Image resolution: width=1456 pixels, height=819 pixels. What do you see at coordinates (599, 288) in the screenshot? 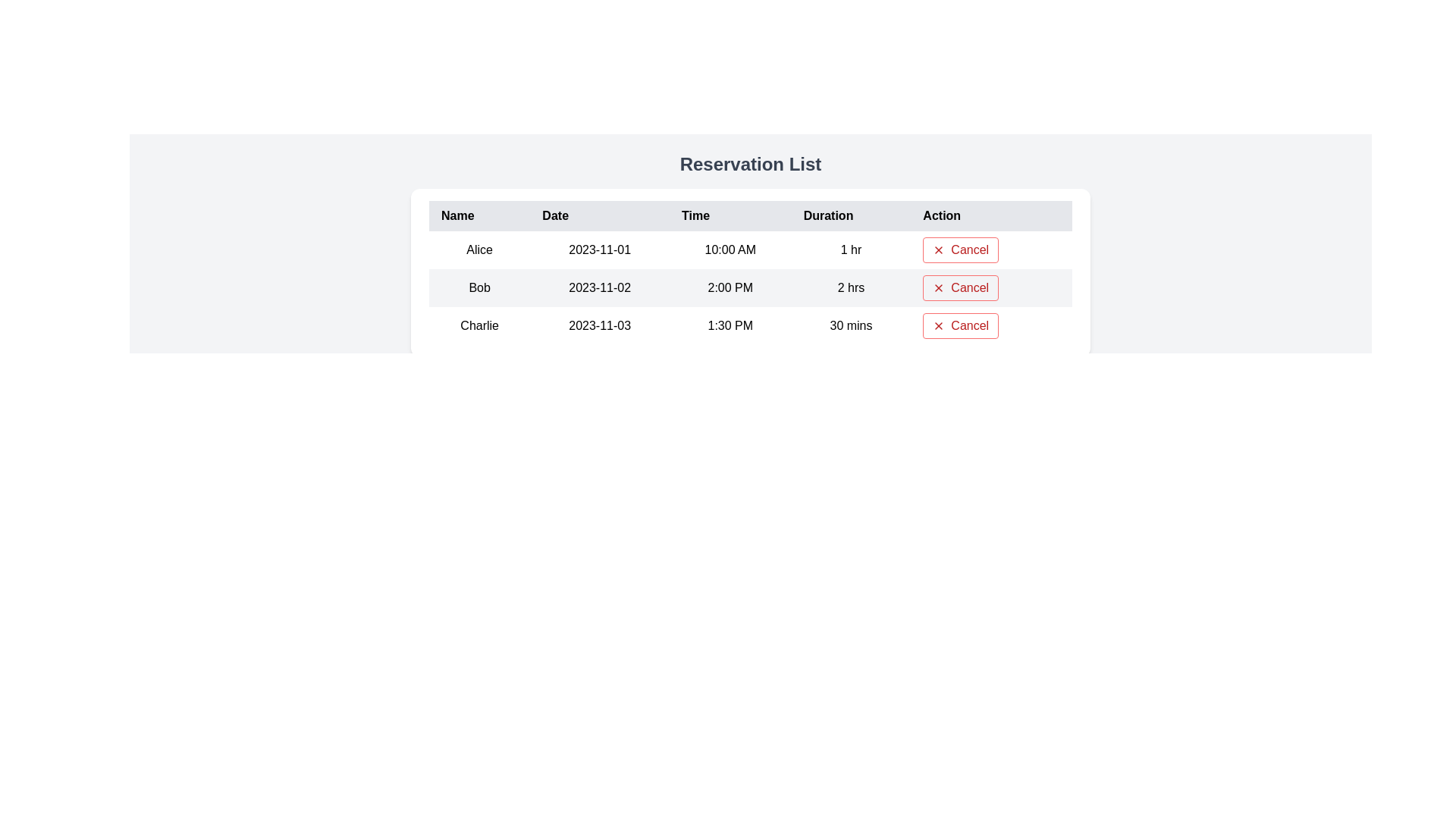
I see `the static text display that shows the date for the reservation entry next to 'Bob' in the second row and second column` at bounding box center [599, 288].